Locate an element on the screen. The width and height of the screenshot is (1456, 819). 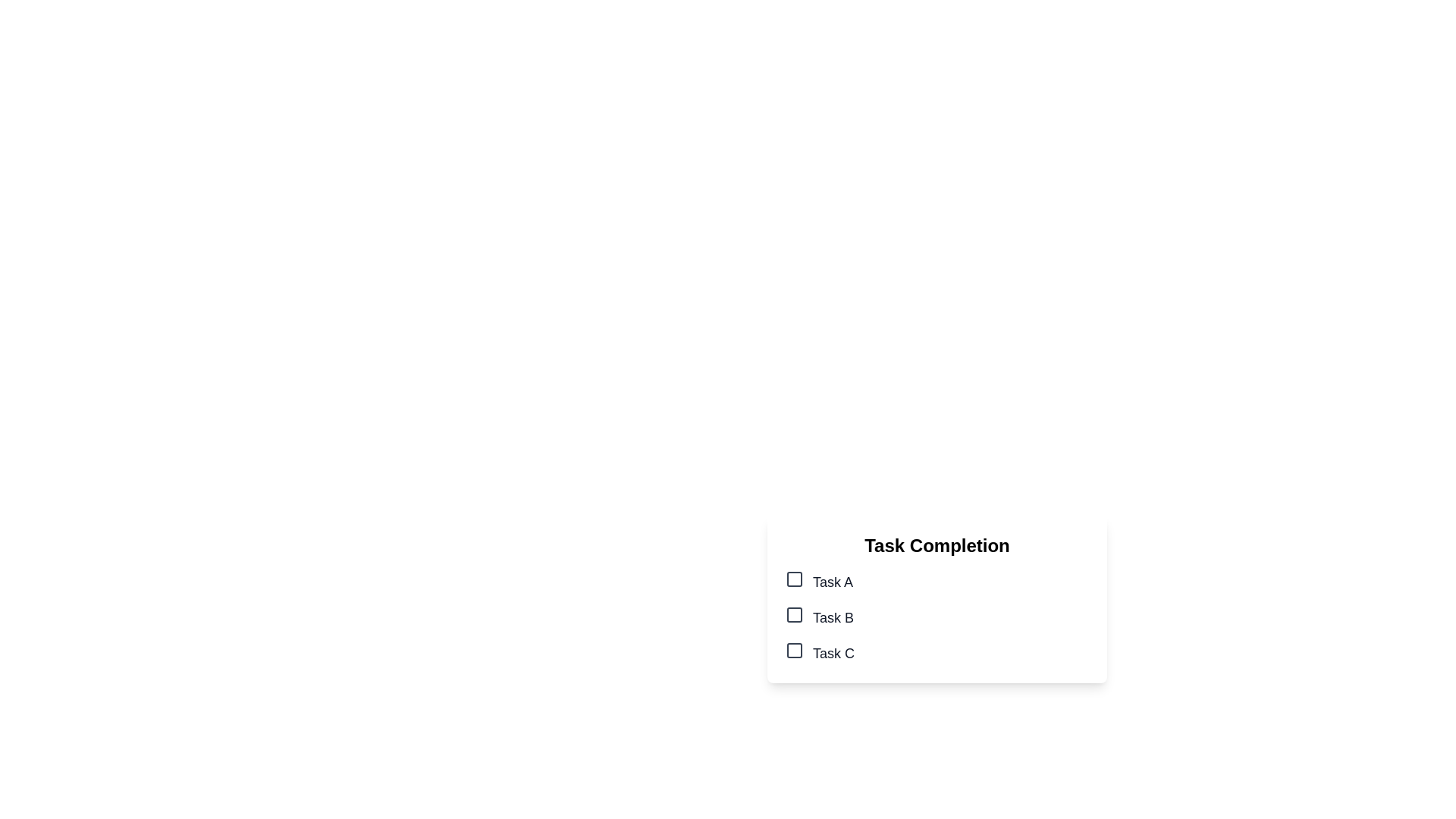
the label text for the third task in the checklist located beneath the 'Task Completion' header in the lower right area of the interface is located at coordinates (833, 652).